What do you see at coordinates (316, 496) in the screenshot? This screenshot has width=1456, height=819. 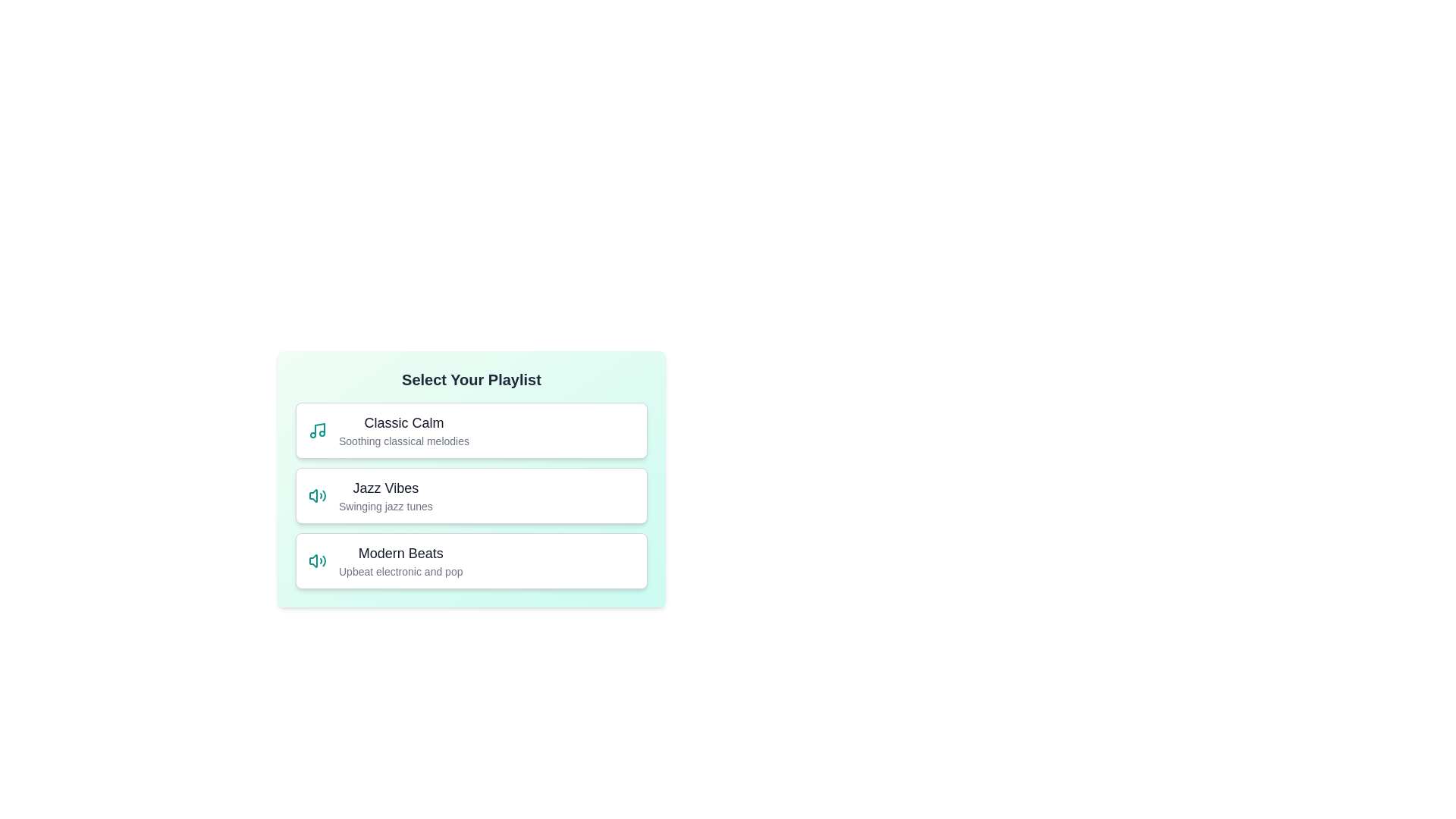 I see `the speaker icon with sound waves in the 'Jazz Vibes' playlist item, located on the left side of the item` at bounding box center [316, 496].